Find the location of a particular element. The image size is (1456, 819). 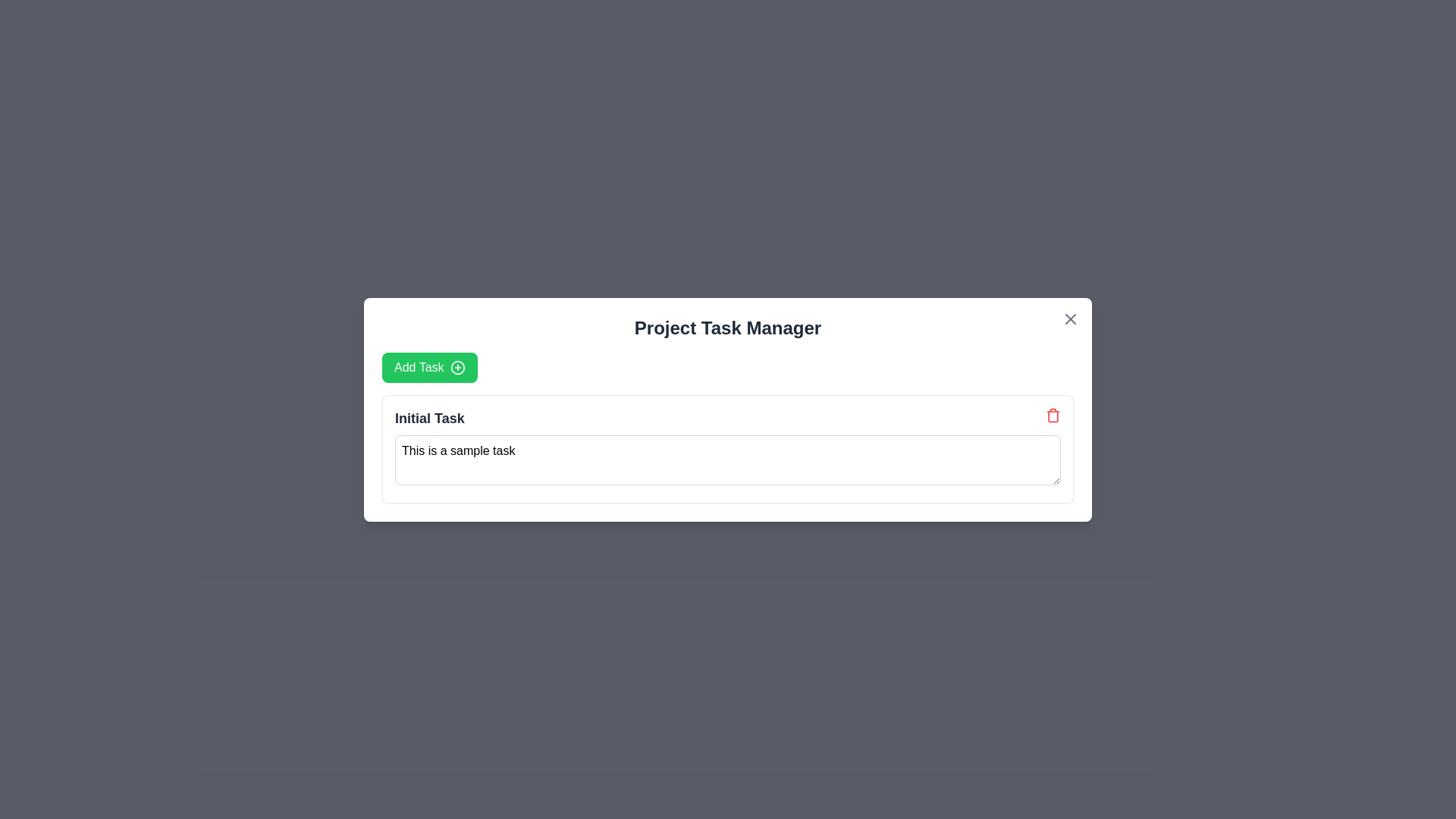

the task entry section within the 'Project Task Manager' modal is located at coordinates (728, 447).